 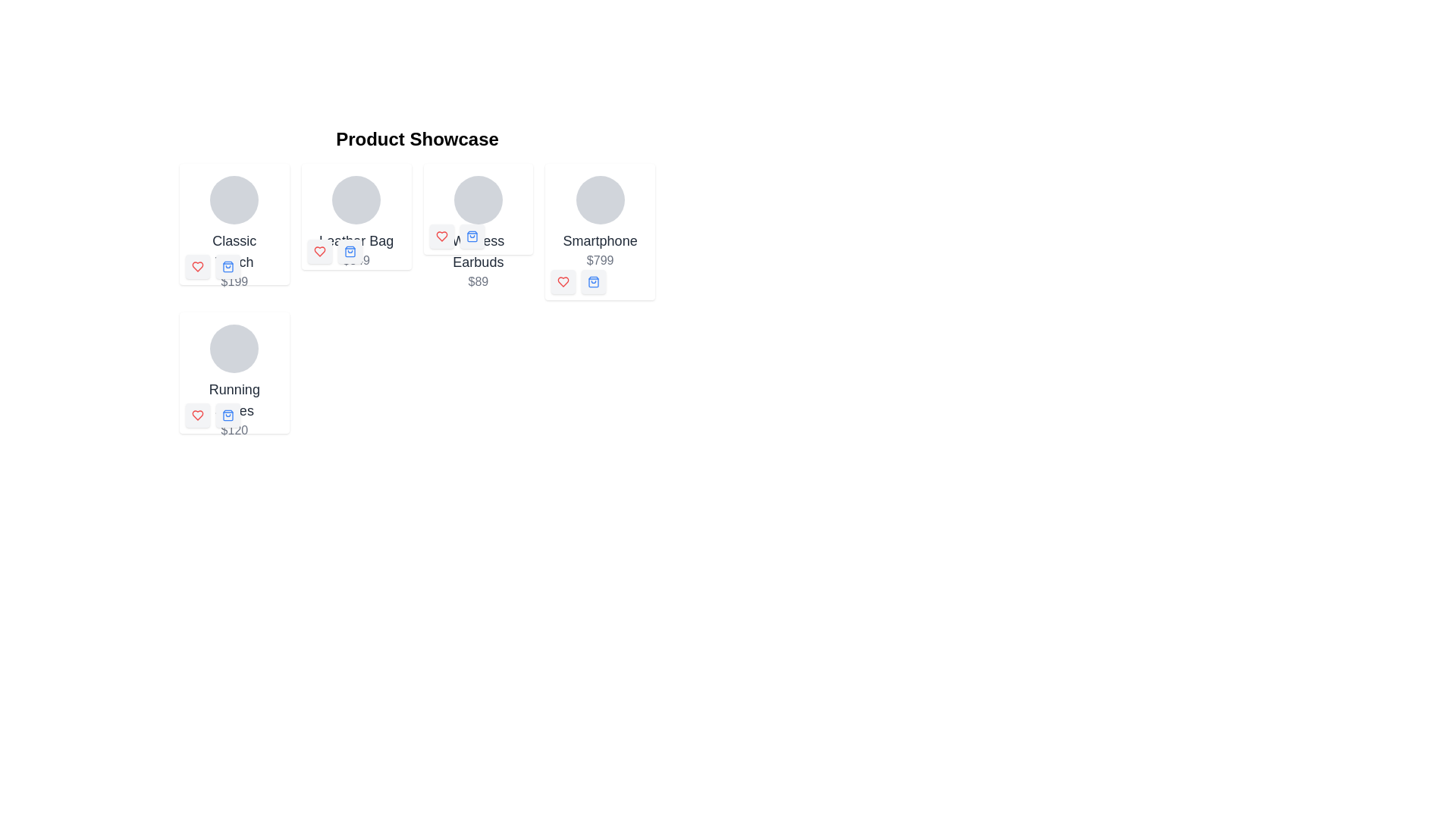 What do you see at coordinates (477, 281) in the screenshot?
I see `the price label displaying '$89' in gray font, which is located below the 'Wireless Earbuds' text` at bounding box center [477, 281].